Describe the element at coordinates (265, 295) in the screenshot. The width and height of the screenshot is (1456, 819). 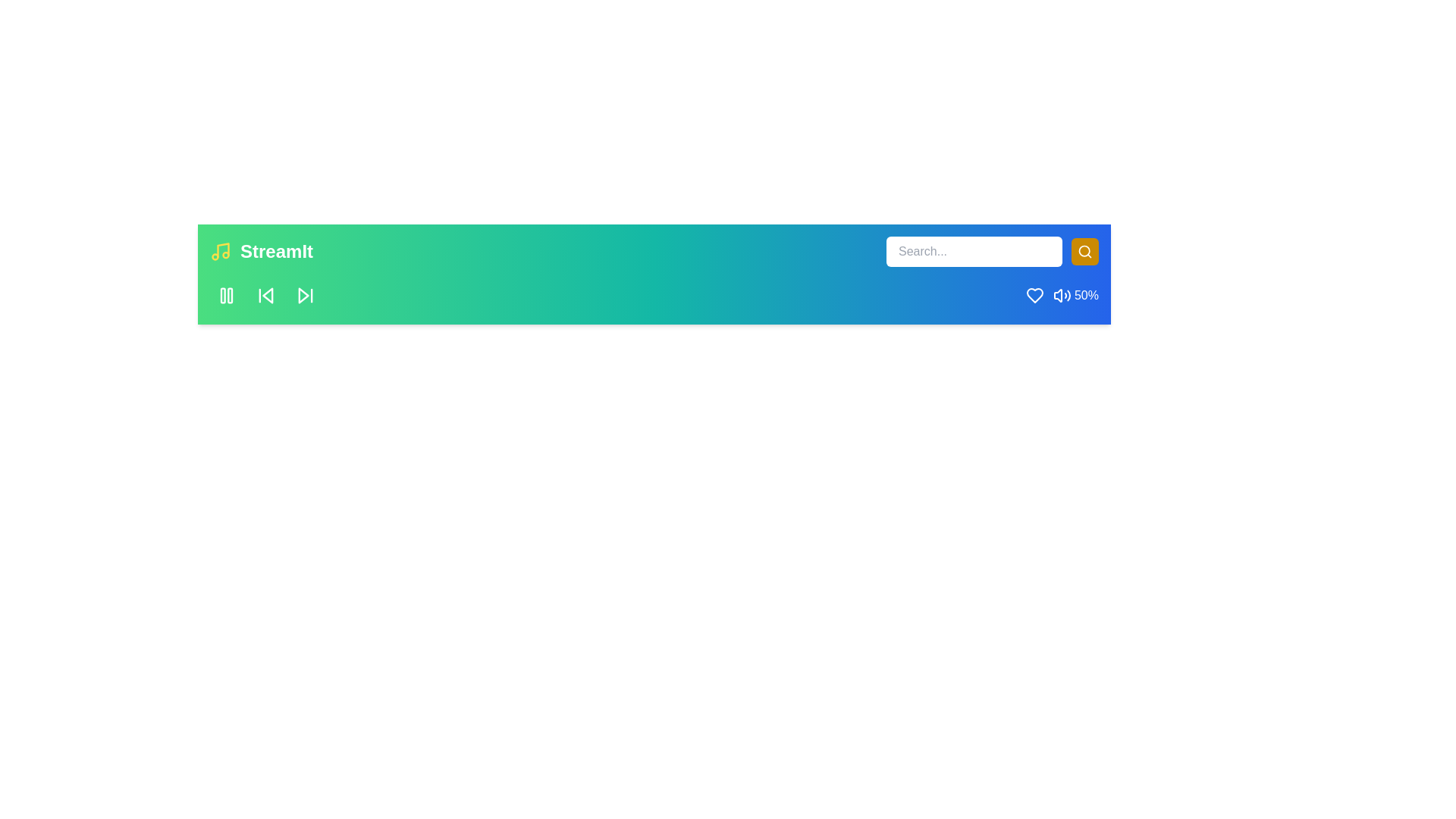
I see `the skip button to navigate to the previous song` at that location.